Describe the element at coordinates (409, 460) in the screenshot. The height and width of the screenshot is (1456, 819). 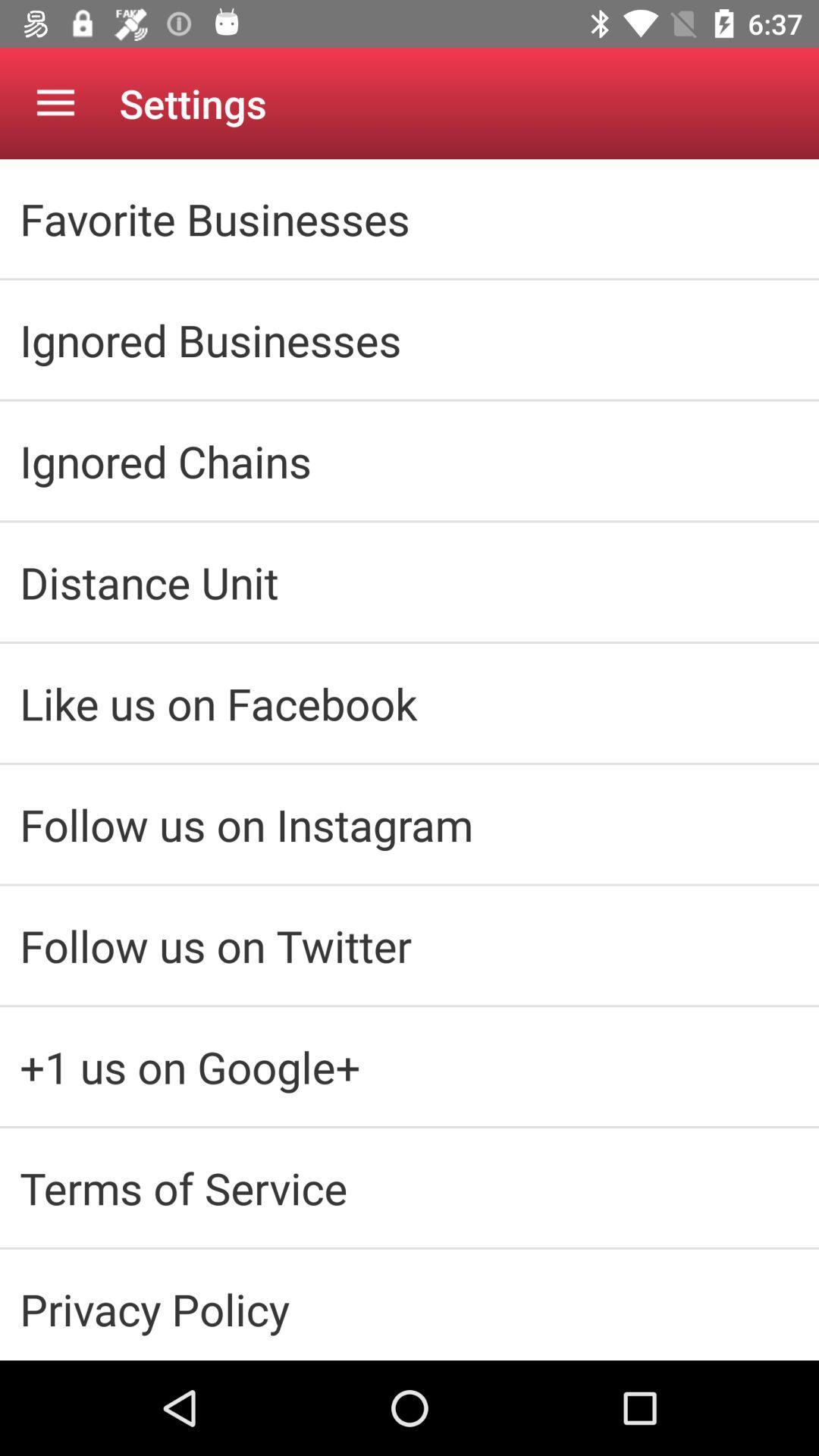
I see `icon above distance unit` at that location.